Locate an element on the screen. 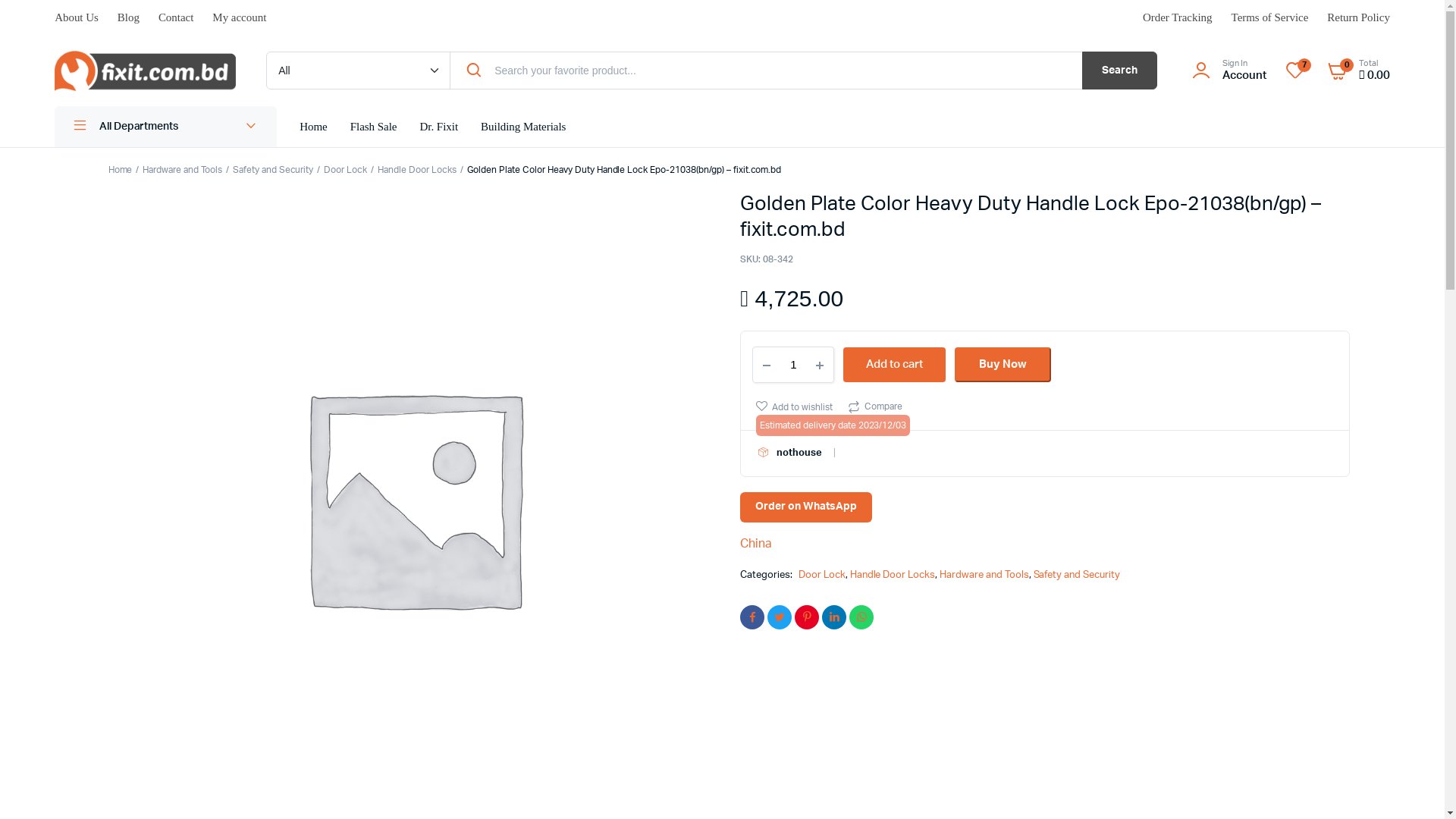 The image size is (1456, 819). 'Fixit Online Shop' is located at coordinates (55, 70).